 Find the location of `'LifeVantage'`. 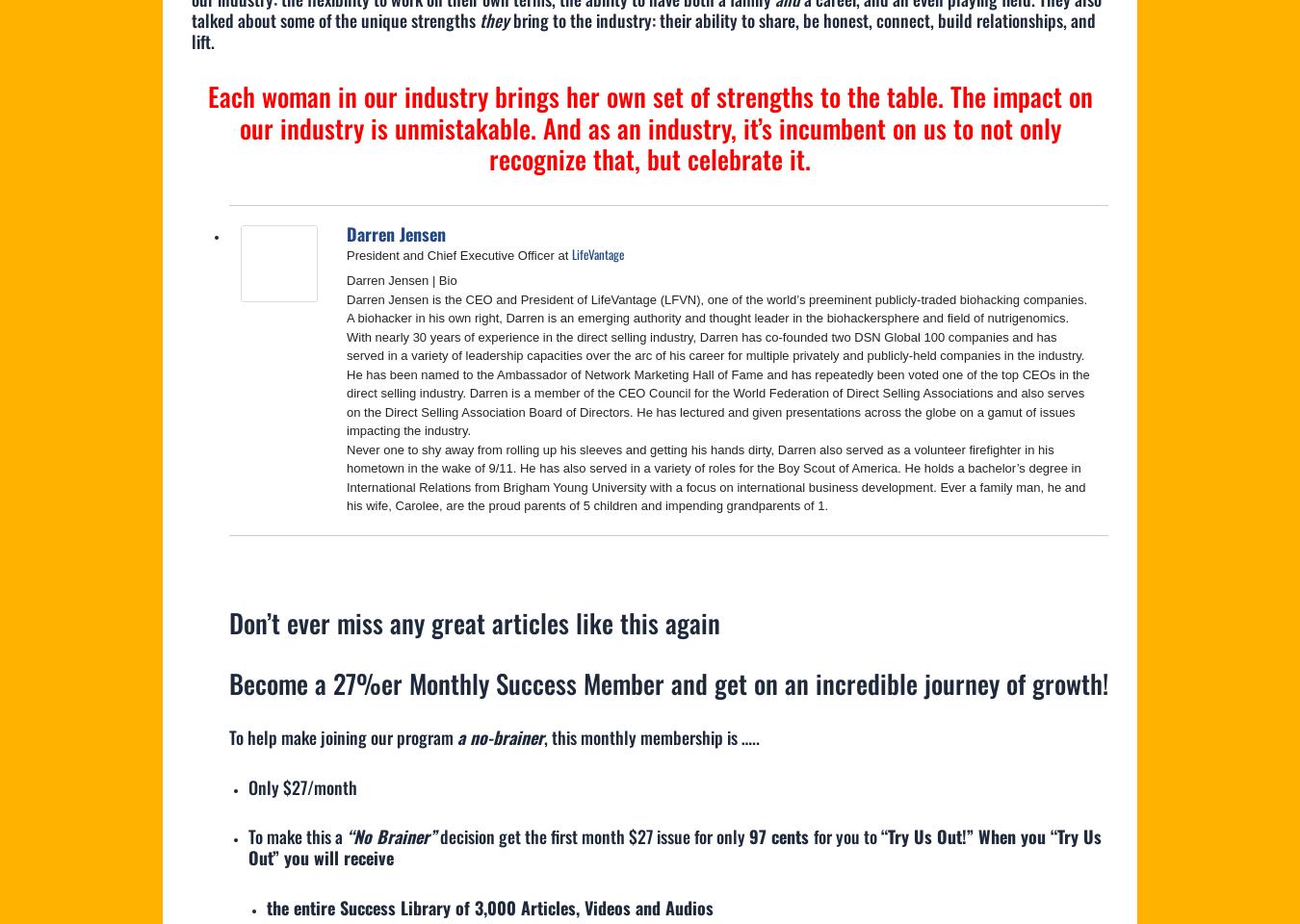

'LifeVantage' is located at coordinates (597, 253).